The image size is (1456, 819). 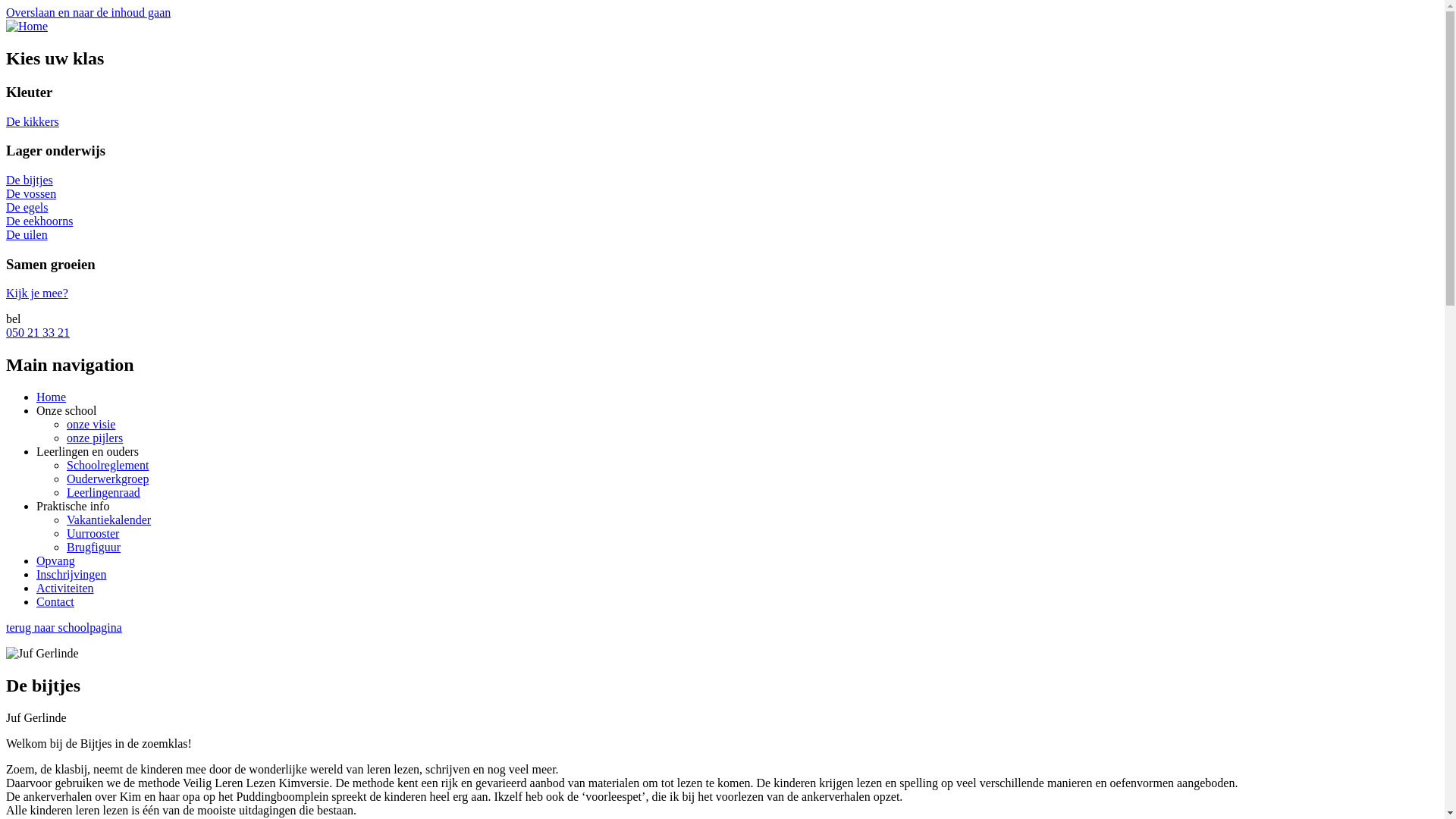 I want to click on 'Kijk je mee?', so click(x=36, y=293).